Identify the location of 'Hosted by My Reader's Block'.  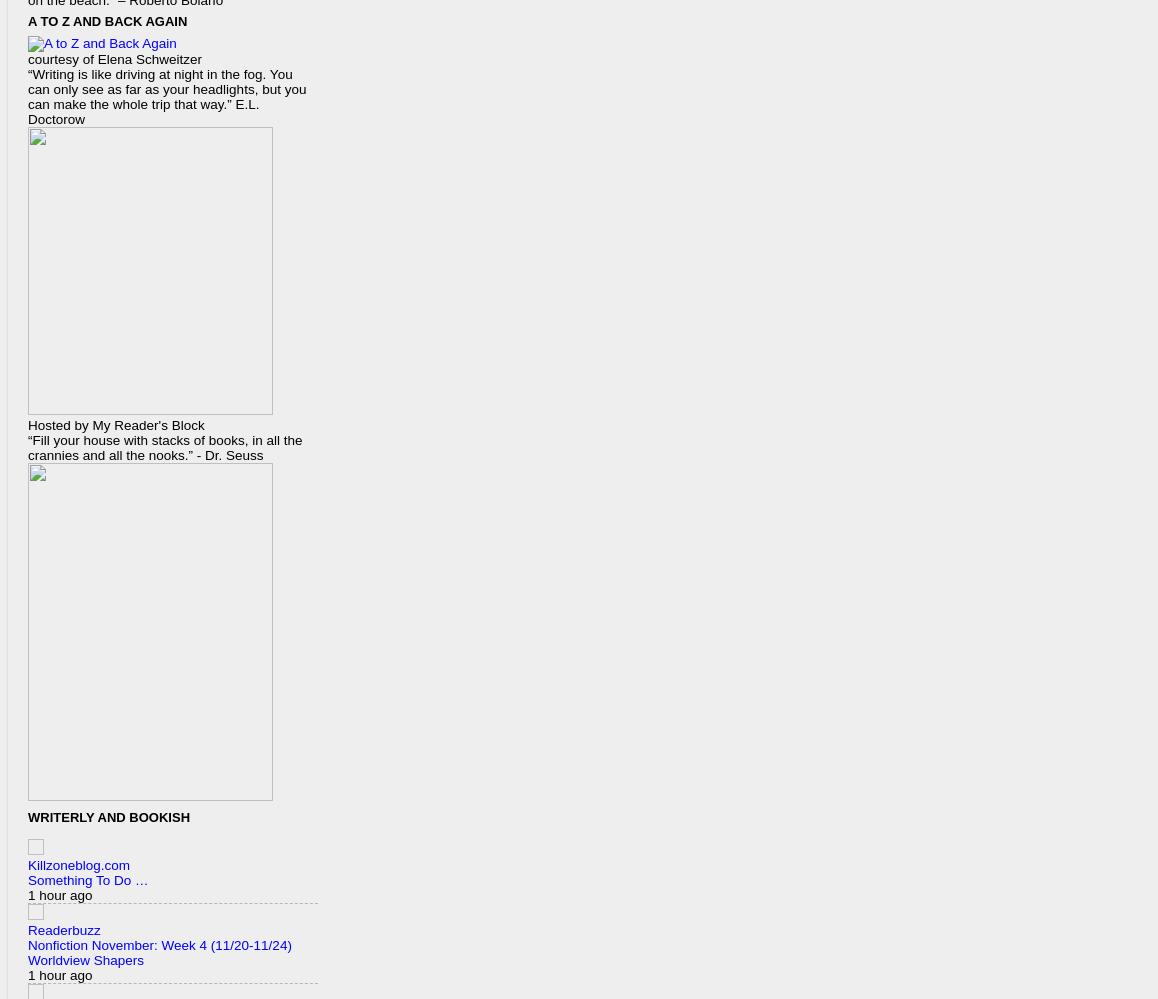
(115, 423).